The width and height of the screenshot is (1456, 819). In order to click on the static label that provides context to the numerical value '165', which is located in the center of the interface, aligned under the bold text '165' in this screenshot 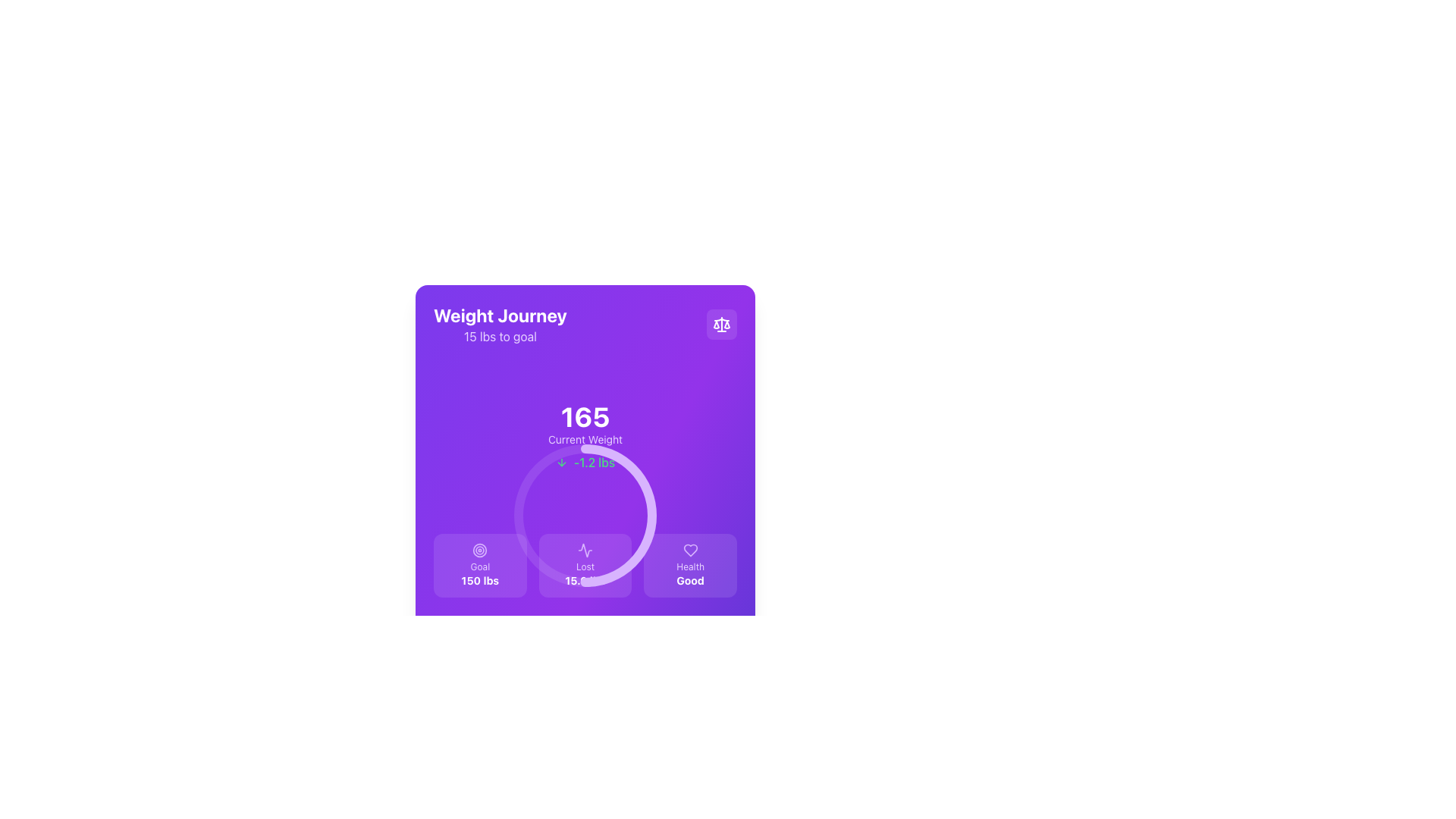, I will do `click(585, 439)`.